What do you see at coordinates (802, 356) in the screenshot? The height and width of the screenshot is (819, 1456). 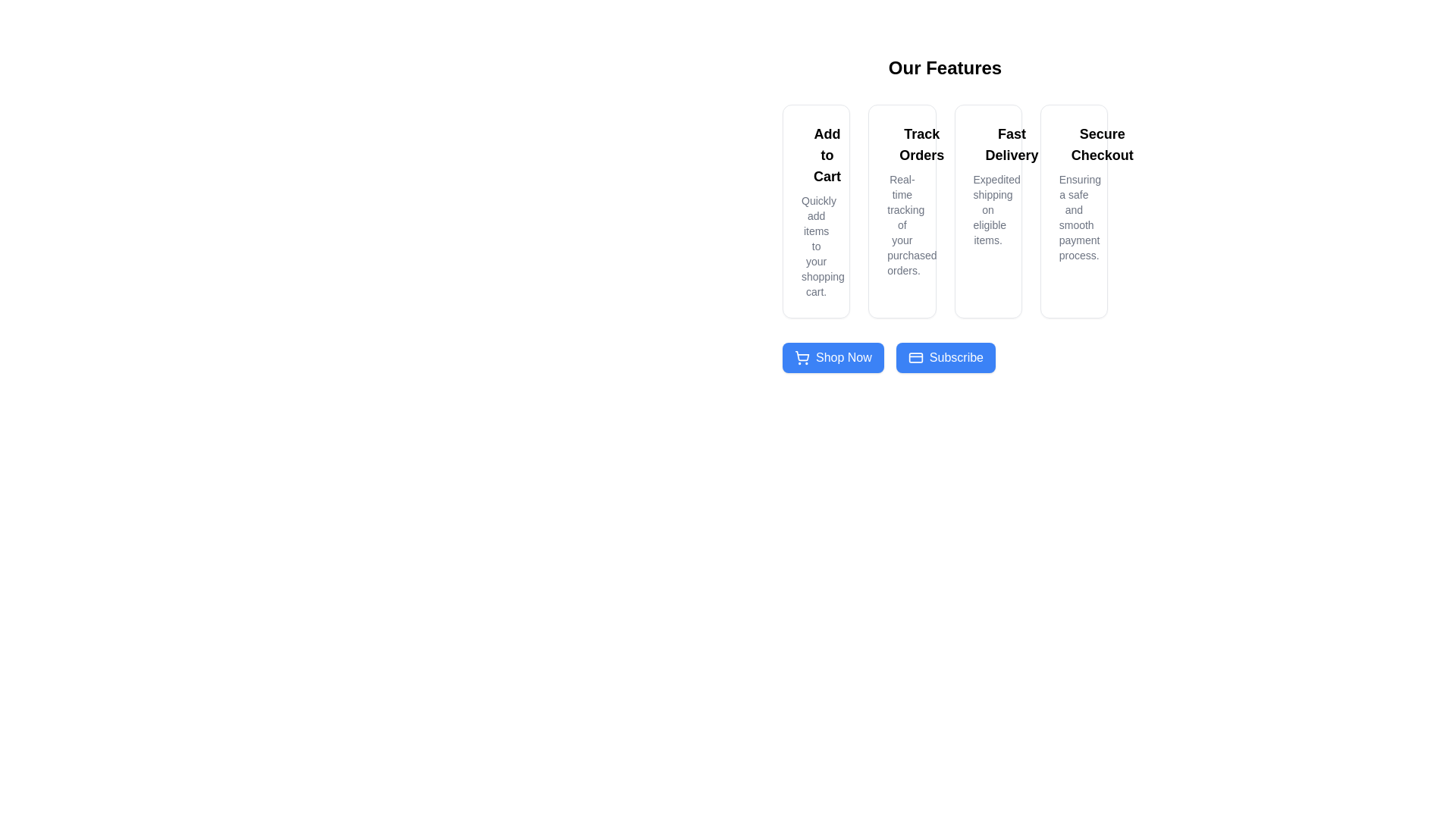 I see `the shopping cart icon, which is a minimalist outline style representation located within the 'Shop Now' button` at bounding box center [802, 356].